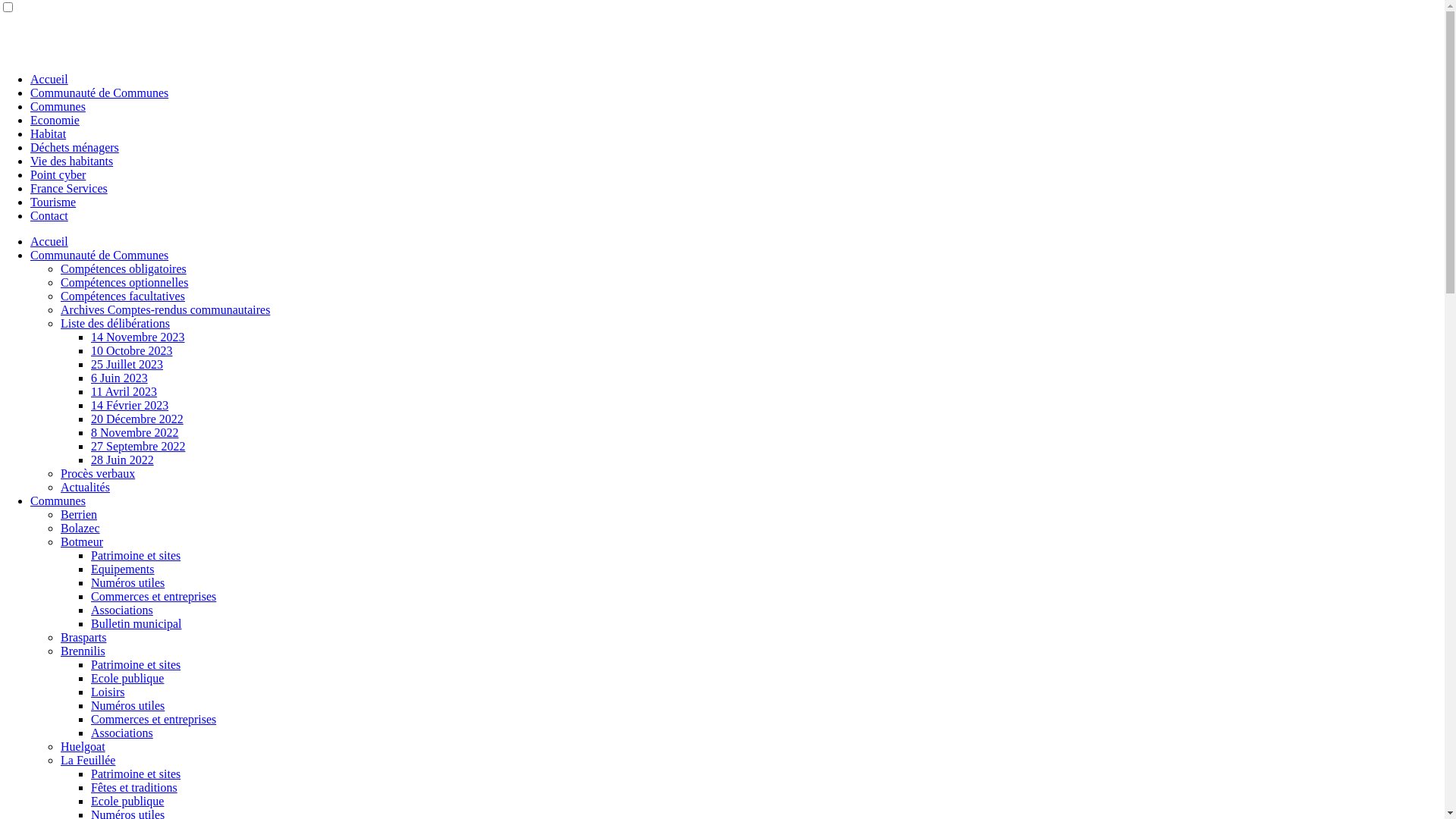  What do you see at coordinates (134, 432) in the screenshot?
I see `'8 Novembre 2022'` at bounding box center [134, 432].